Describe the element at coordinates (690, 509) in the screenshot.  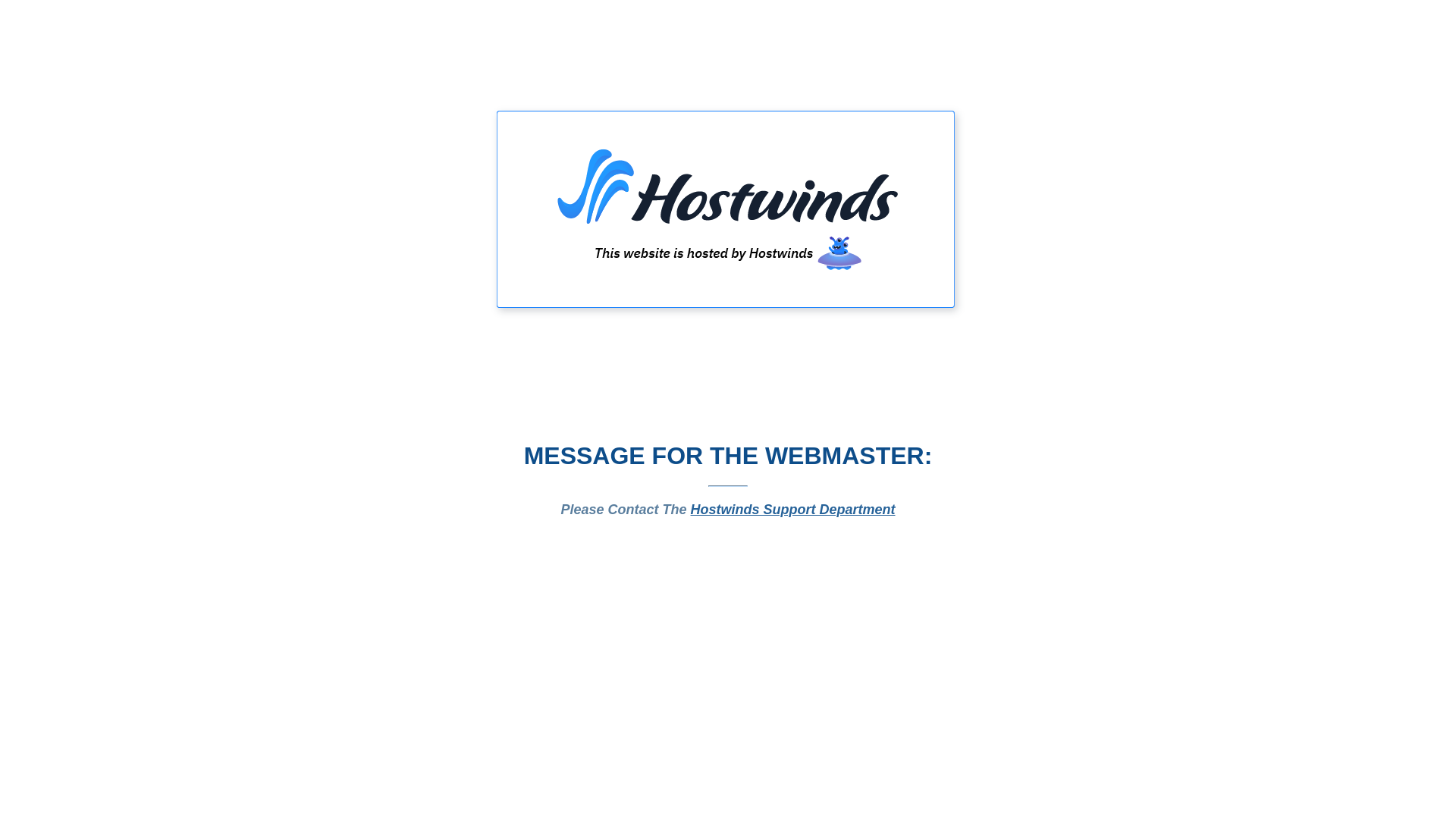
I see `'Hostwinds Support Department'` at that location.